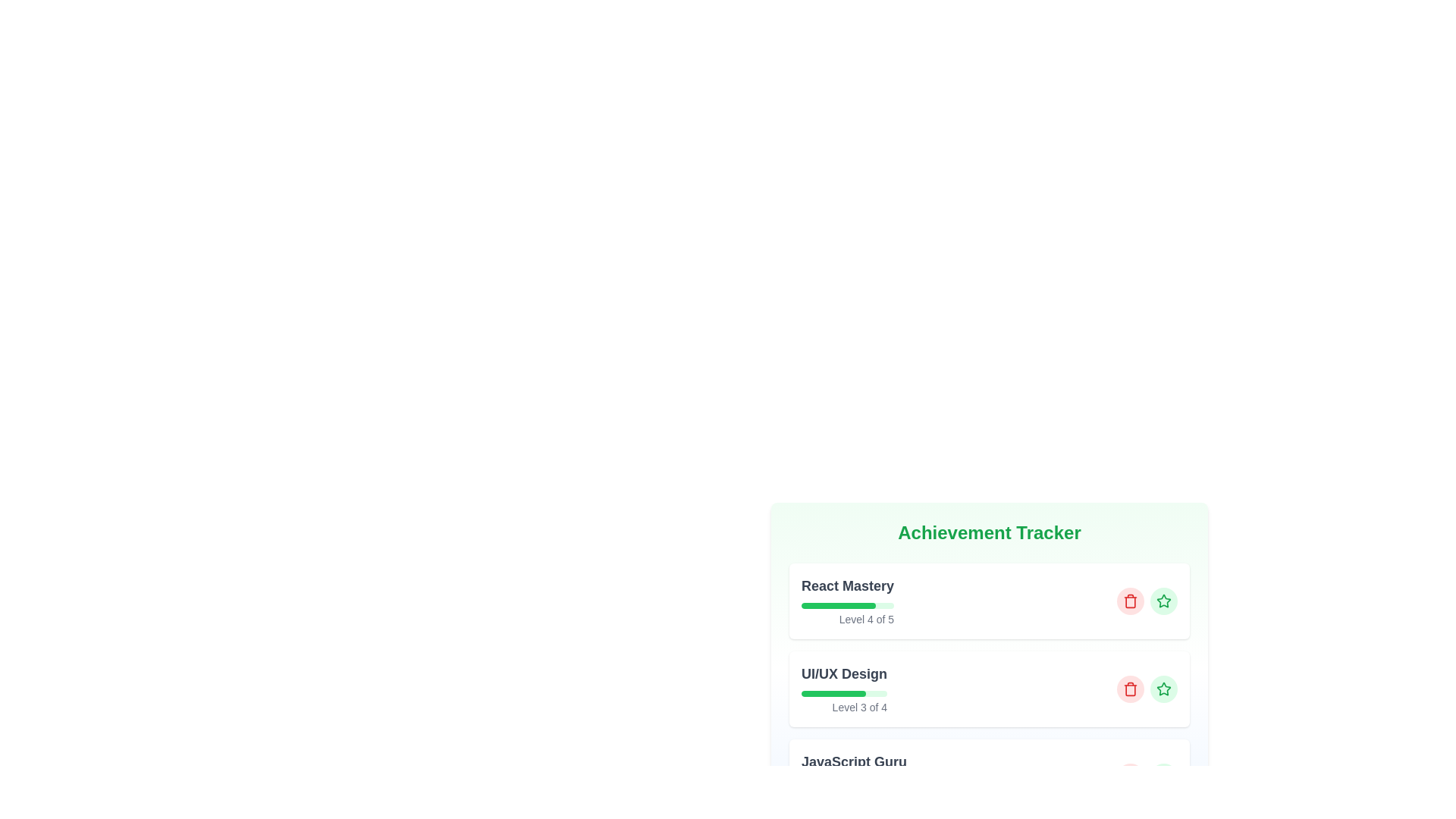  Describe the element at coordinates (990, 601) in the screenshot. I see `the buttons within the 'React Mastery' informational card located in the 'Achievement Tracker' section` at that location.